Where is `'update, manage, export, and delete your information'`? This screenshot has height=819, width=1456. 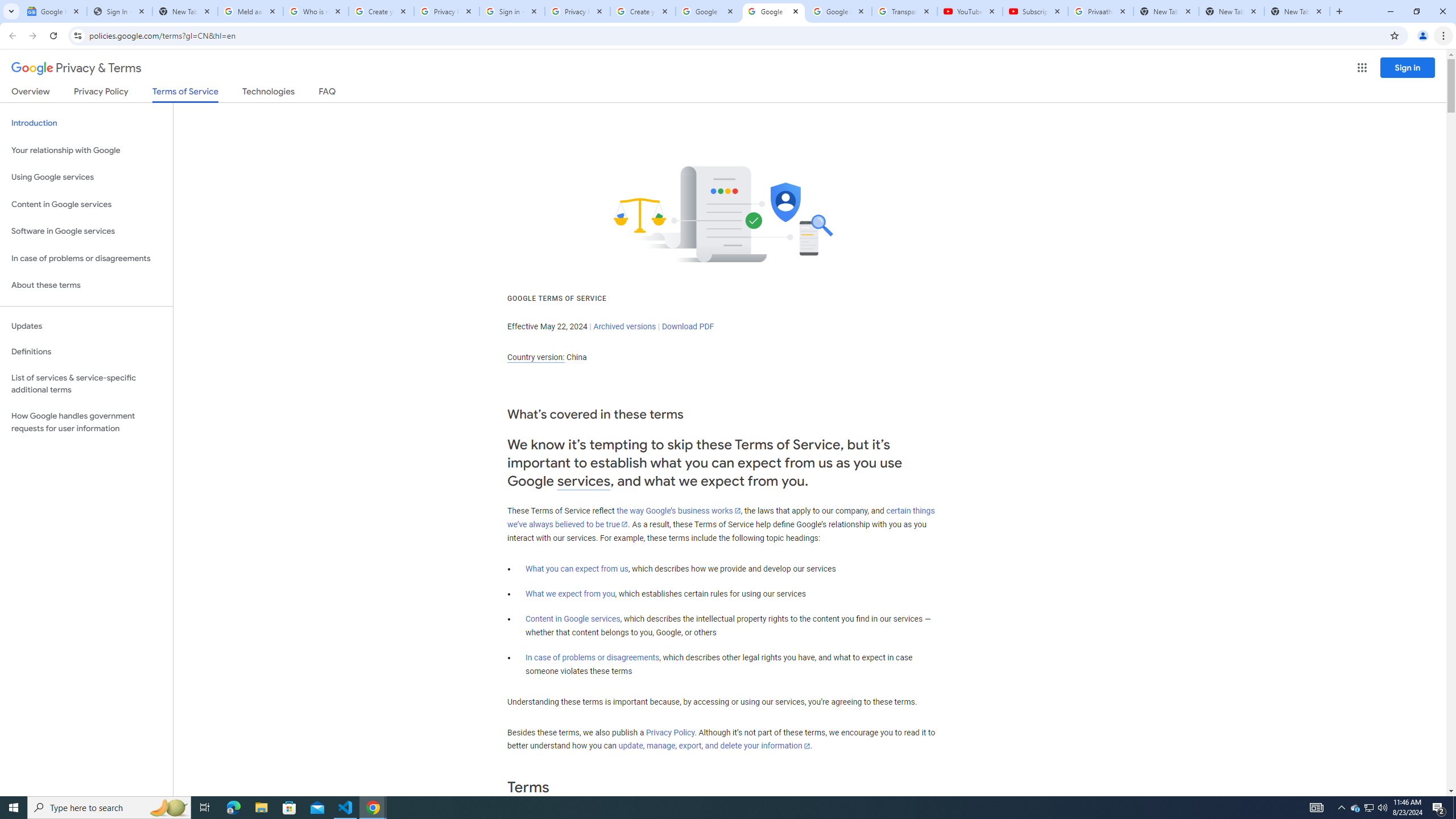 'update, manage, export, and delete your information' is located at coordinates (714, 745).